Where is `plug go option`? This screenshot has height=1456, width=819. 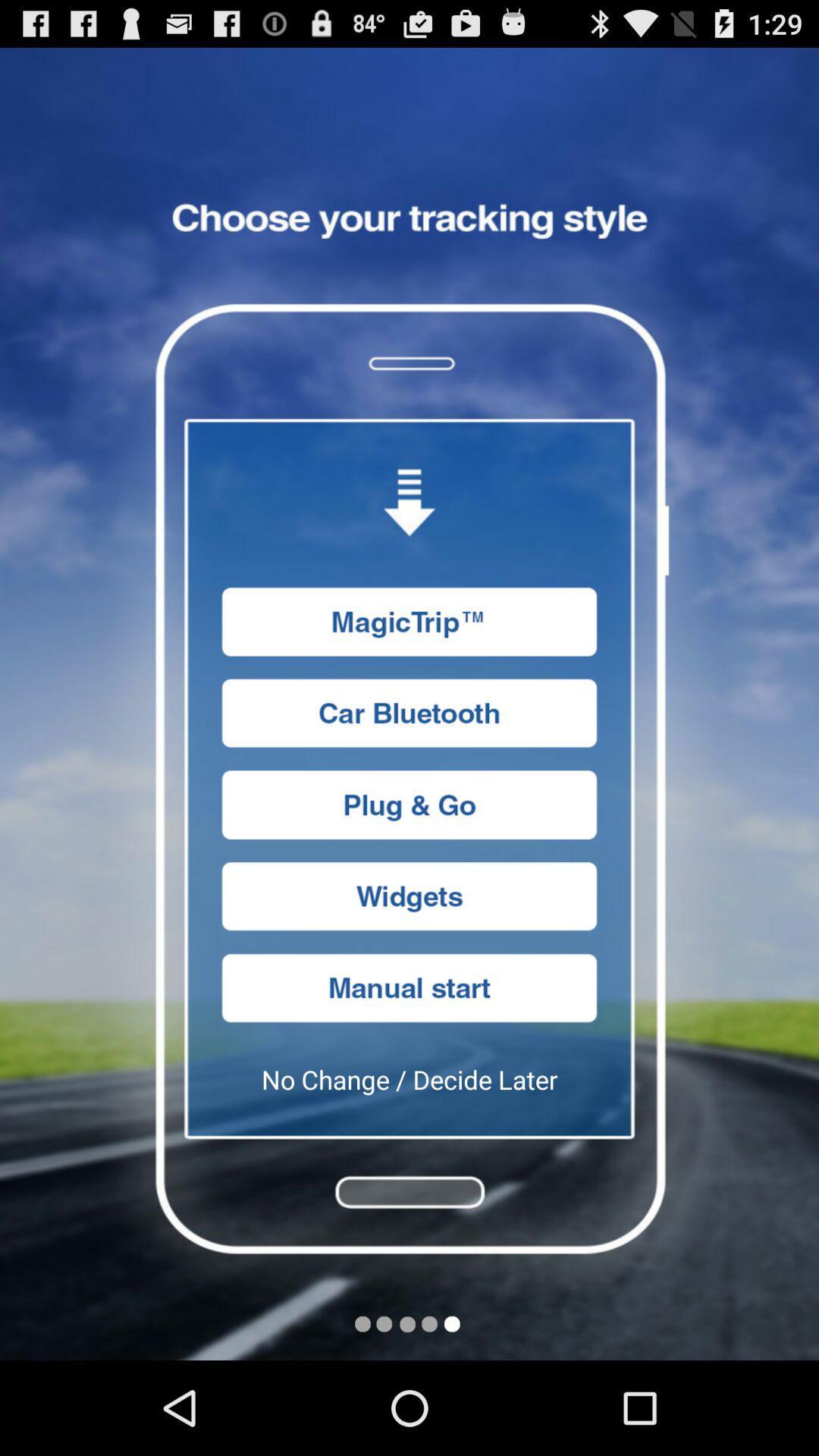
plug go option is located at coordinates (409, 804).